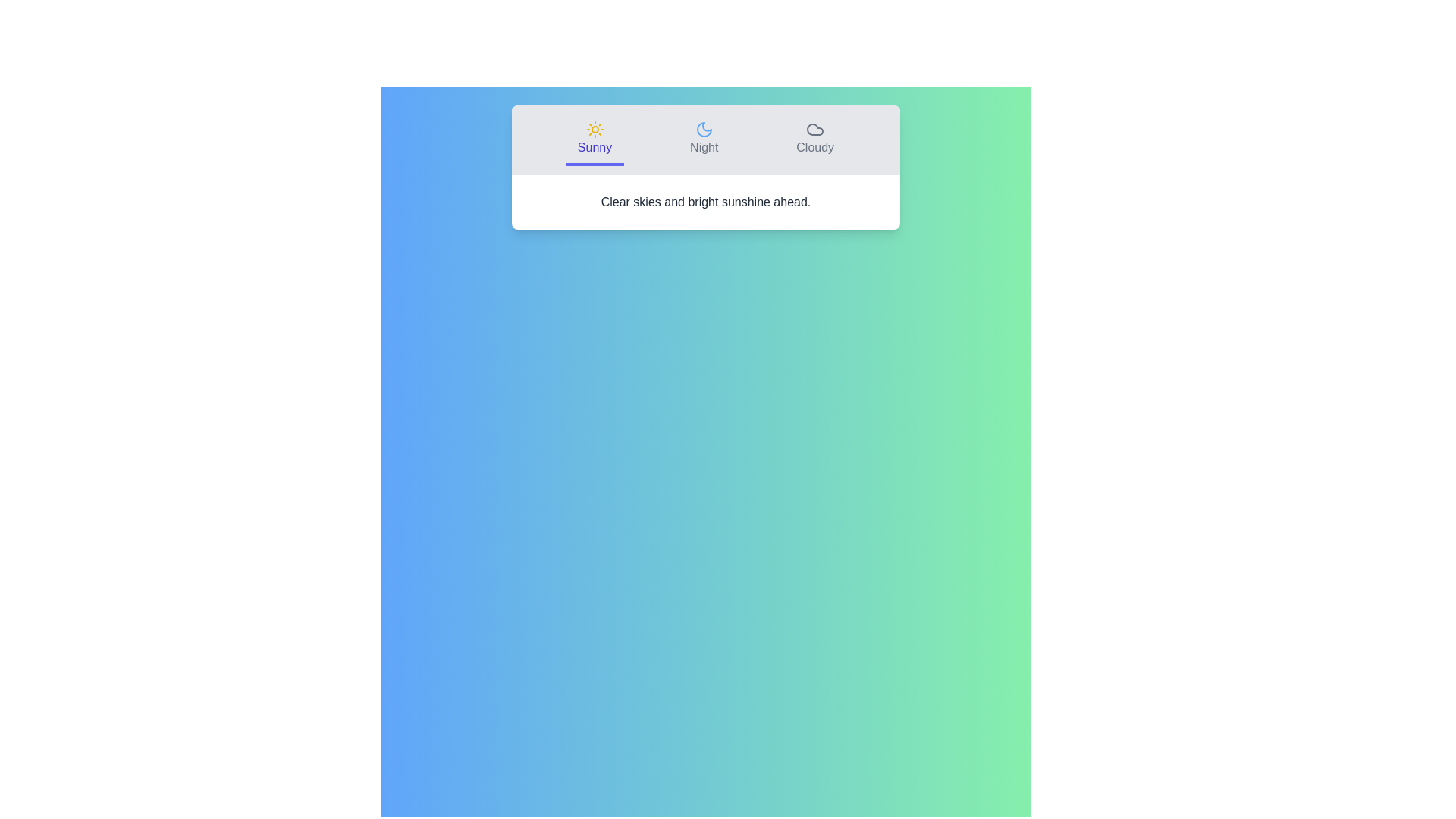 This screenshot has height=819, width=1456. I want to click on the Sunny tab to select it, so click(594, 140).